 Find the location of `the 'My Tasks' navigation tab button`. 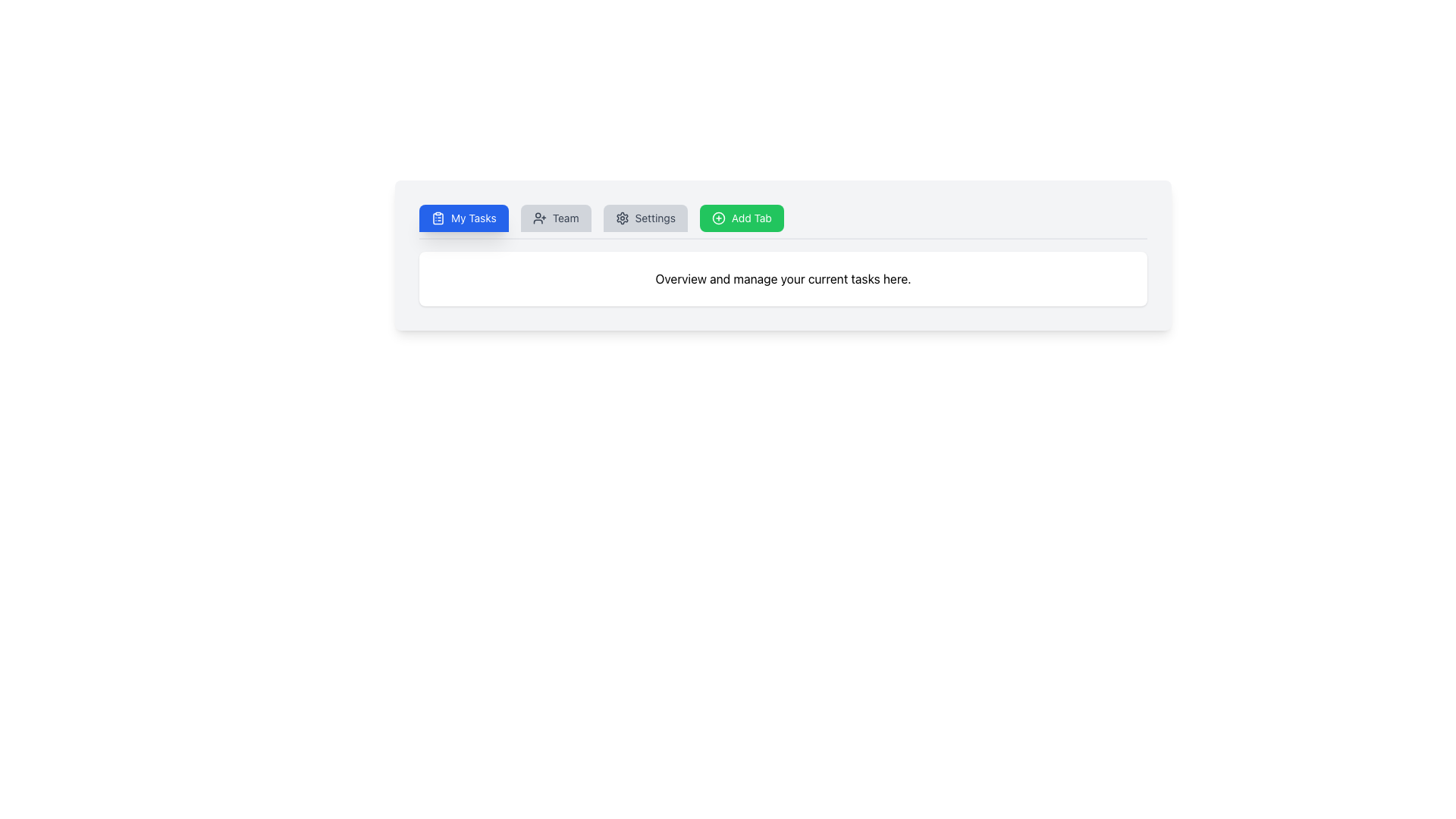

the 'My Tasks' navigation tab button is located at coordinates (463, 218).